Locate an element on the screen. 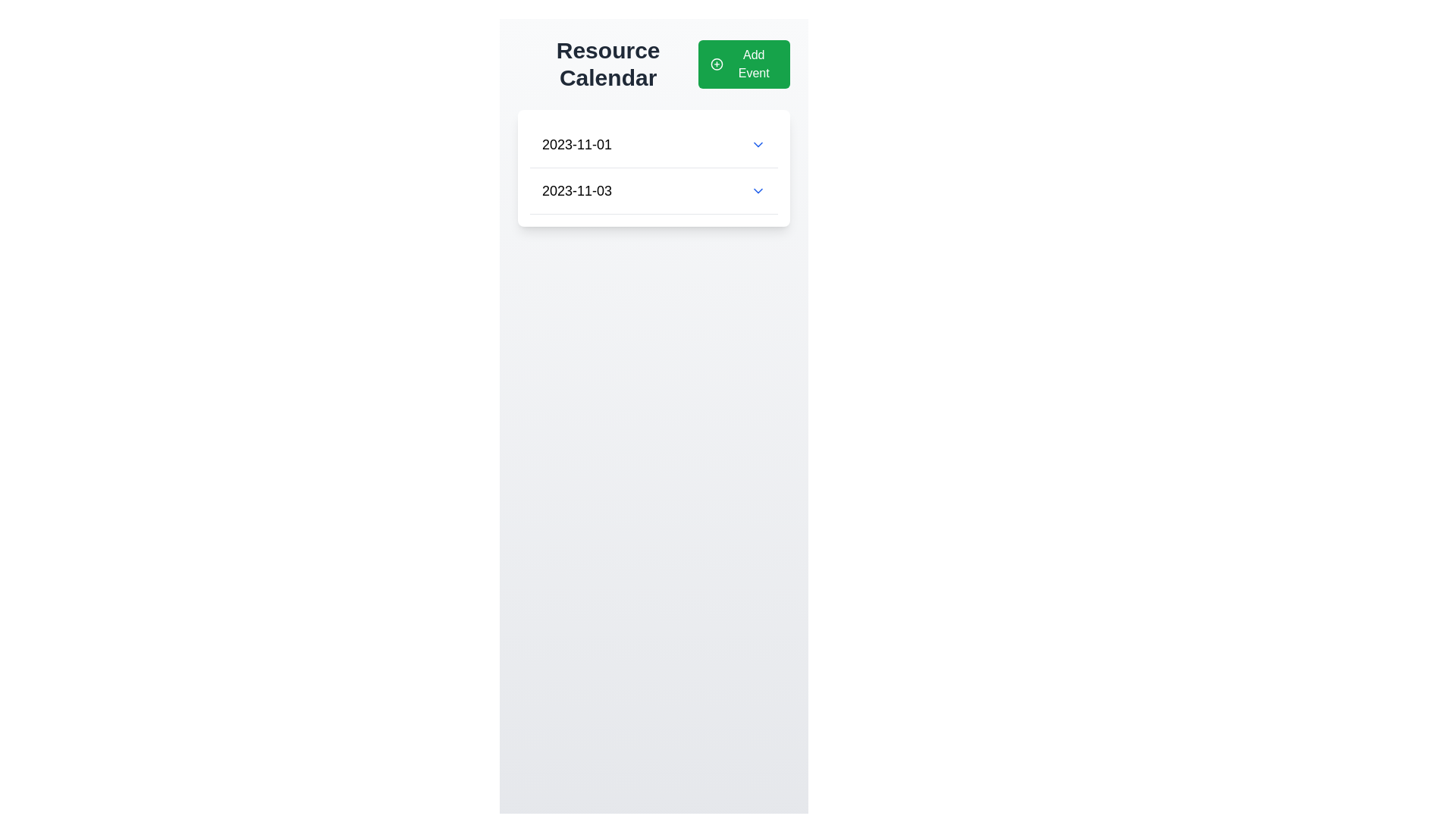  the topmost date entry in the dropdown menu is located at coordinates (654, 145).